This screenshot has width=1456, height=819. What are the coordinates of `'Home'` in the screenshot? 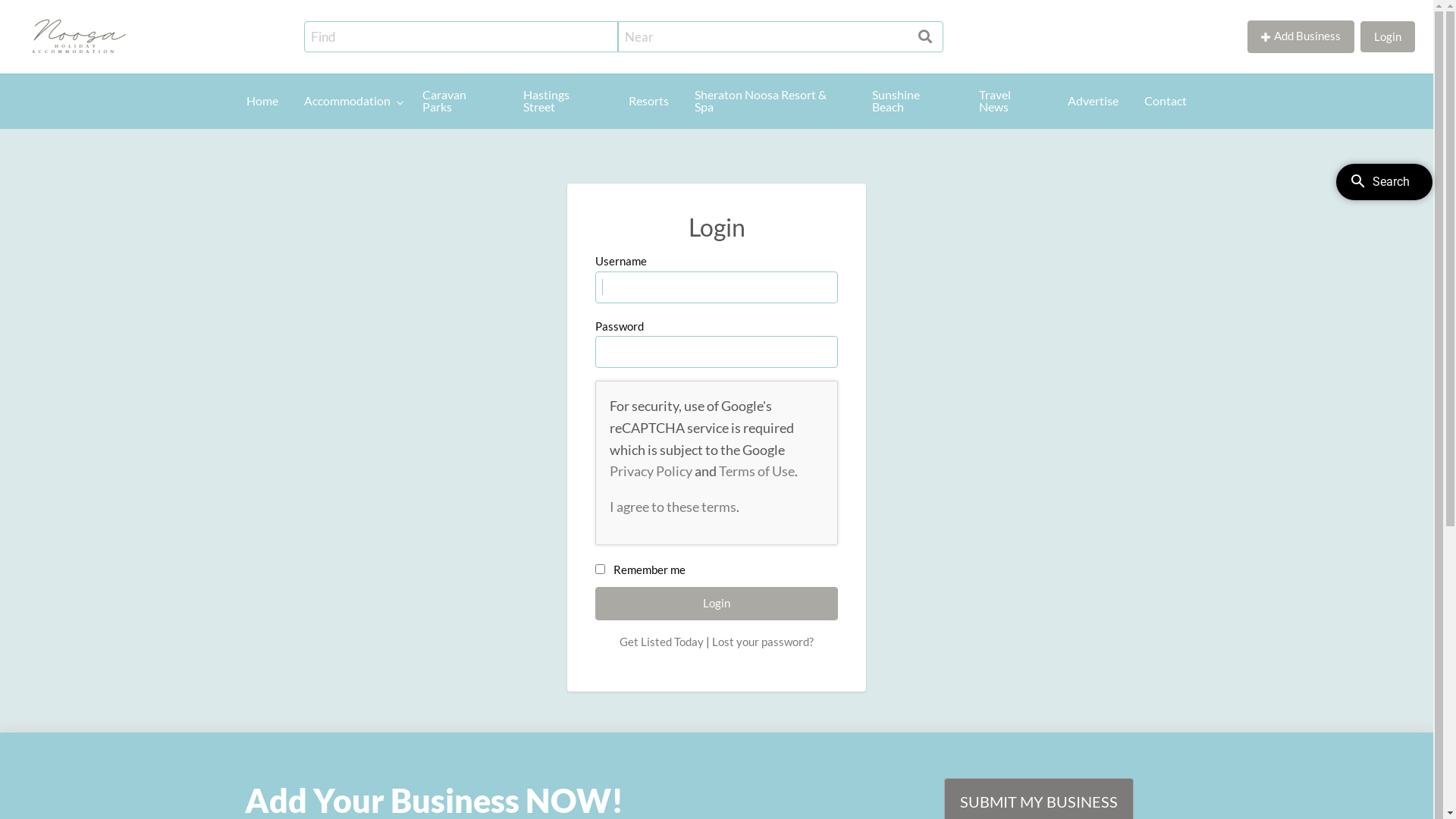 It's located at (262, 101).